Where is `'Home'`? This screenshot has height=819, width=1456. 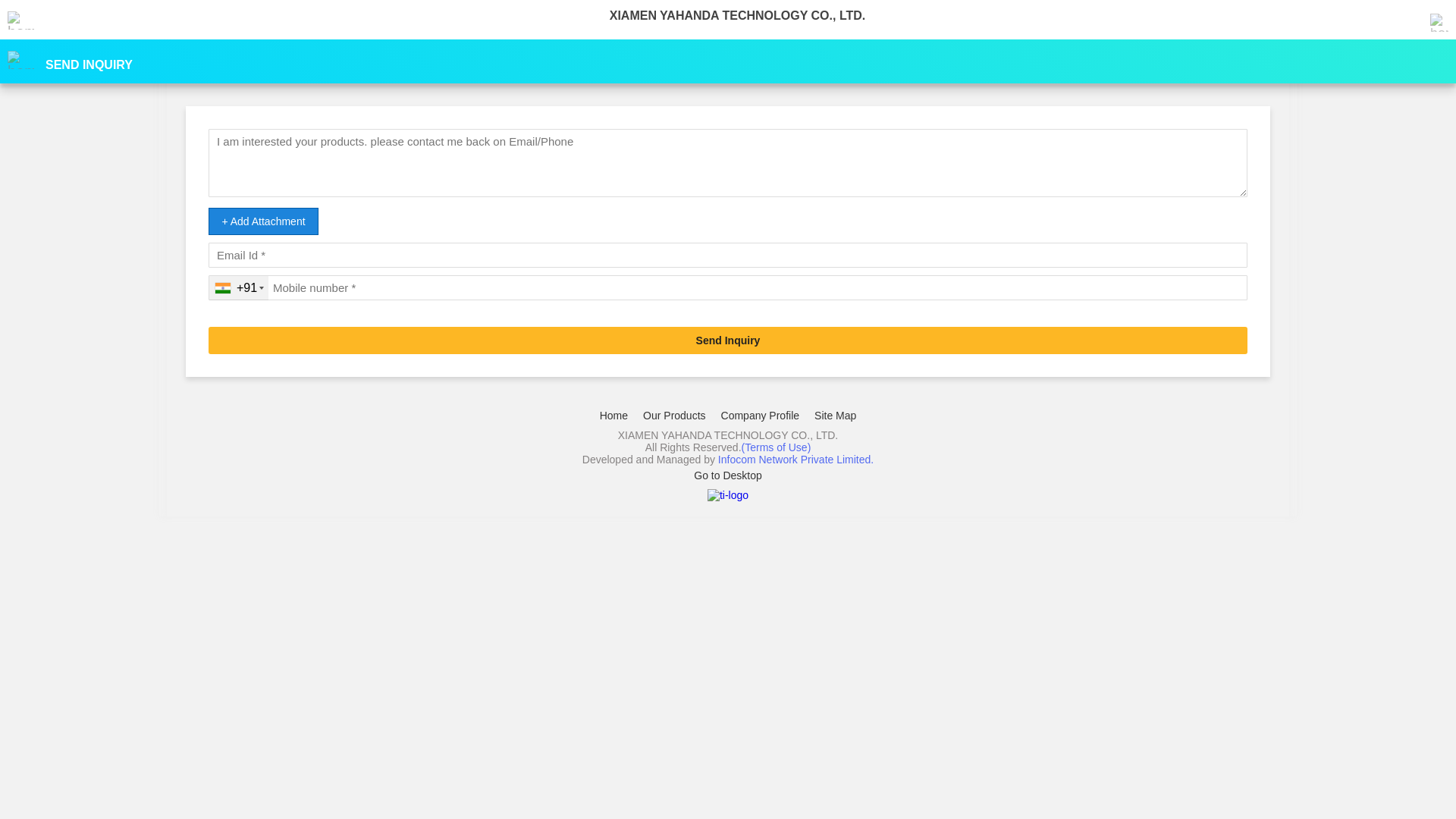
'Home' is located at coordinates (613, 415).